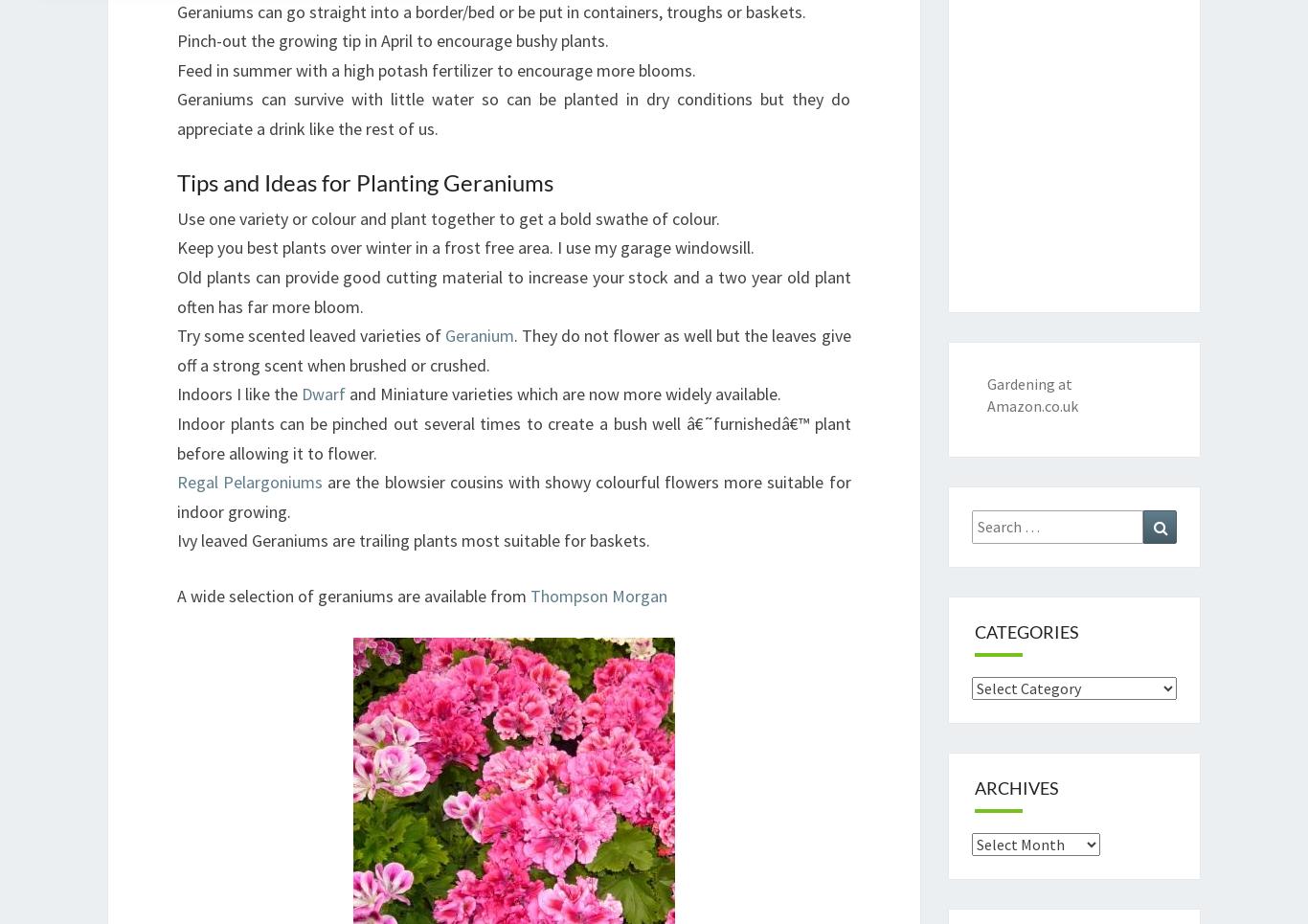  What do you see at coordinates (175, 349) in the screenshot?
I see `'. They do not flower as well but the leaves give off a strong scent when brushed or crushed.'` at bounding box center [175, 349].